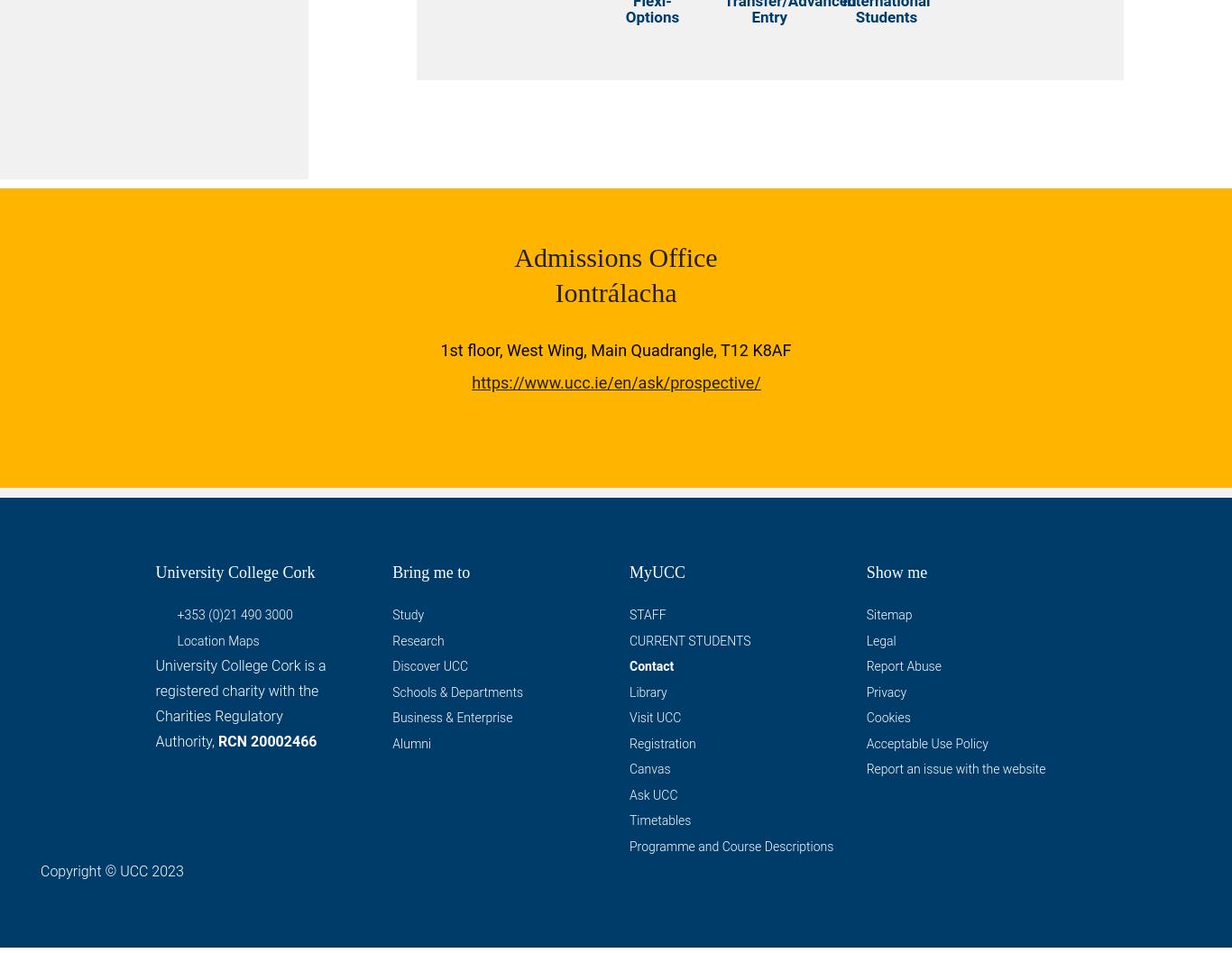  What do you see at coordinates (730, 851) in the screenshot?
I see `'Programme and Course Descriptions'` at bounding box center [730, 851].